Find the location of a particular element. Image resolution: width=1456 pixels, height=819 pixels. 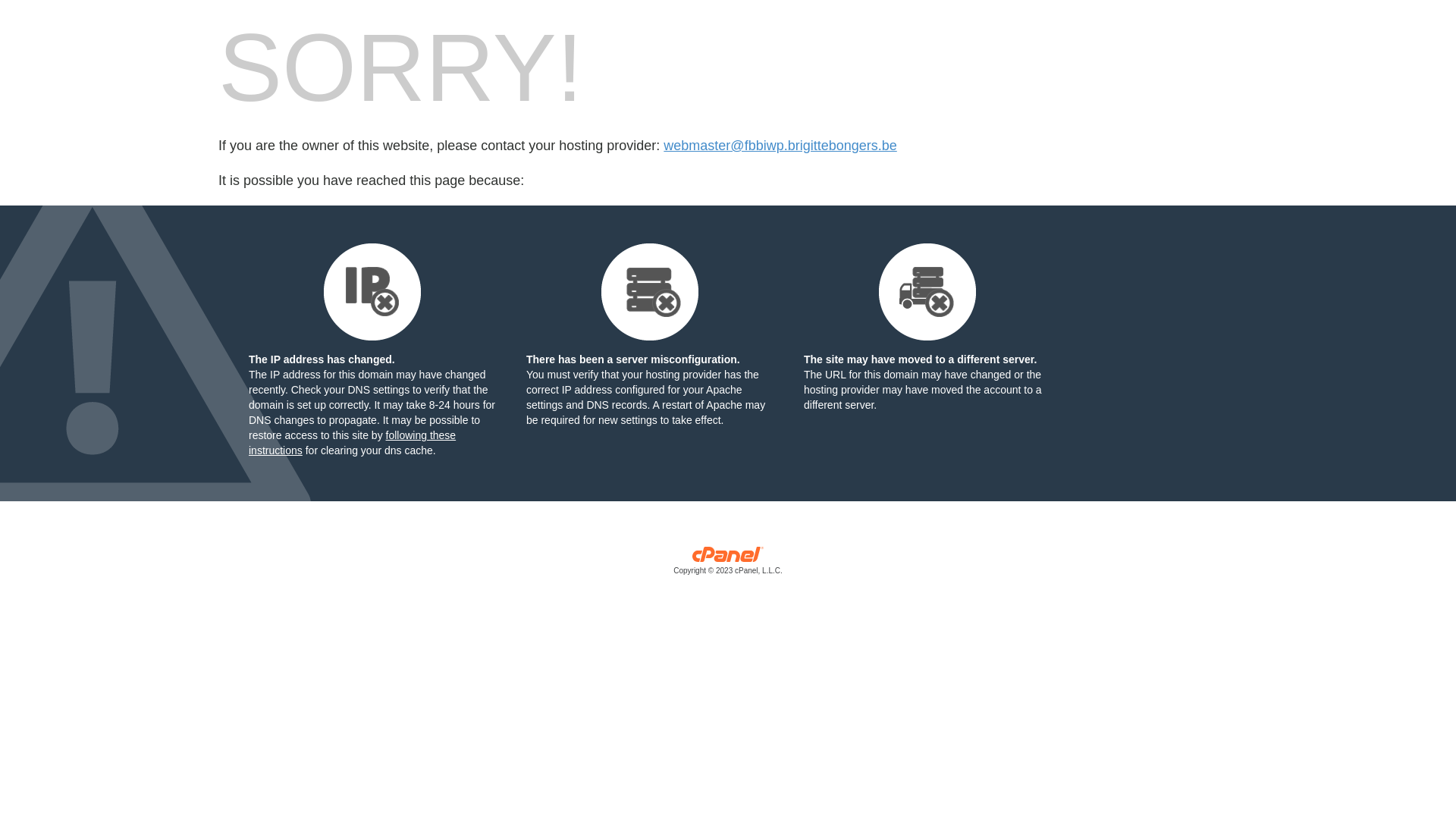

'webmaster@fbbiwp.brigittebongers.be' is located at coordinates (780, 146).